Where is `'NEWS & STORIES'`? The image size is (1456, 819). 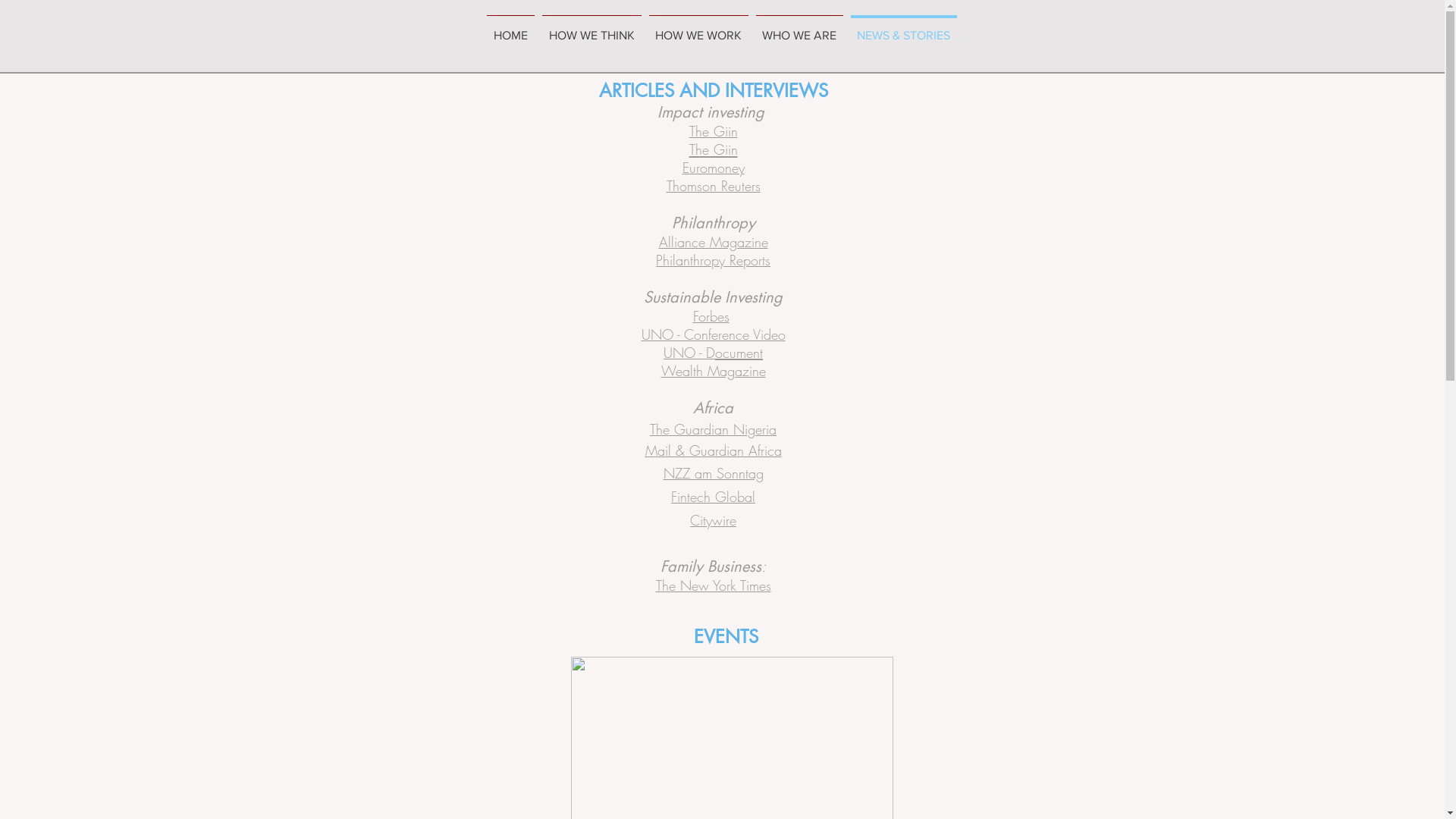 'NEWS & STORIES' is located at coordinates (902, 29).